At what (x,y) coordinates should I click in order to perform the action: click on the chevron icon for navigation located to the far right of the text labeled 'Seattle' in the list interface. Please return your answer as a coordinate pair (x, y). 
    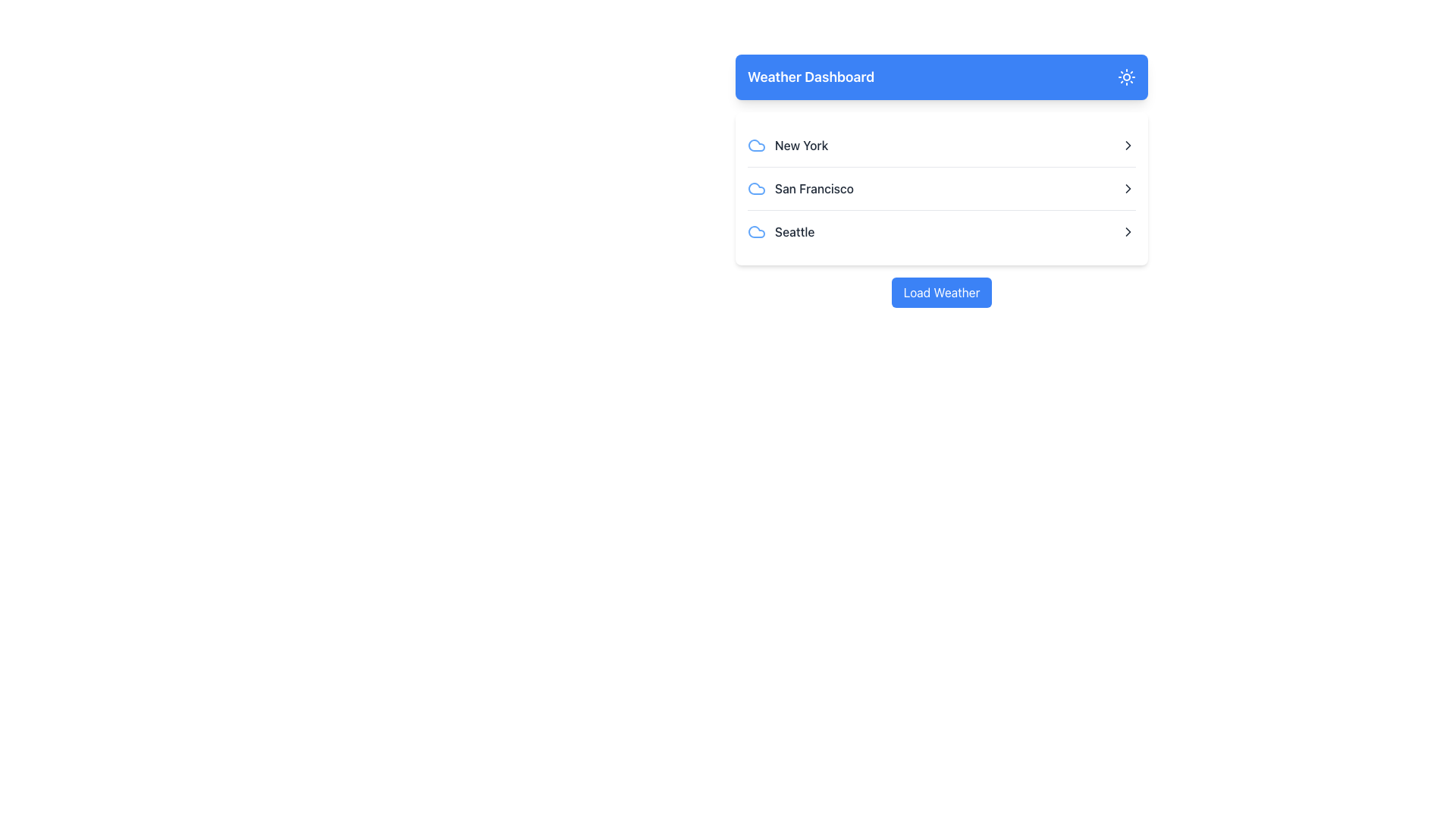
    Looking at the image, I should click on (1128, 231).